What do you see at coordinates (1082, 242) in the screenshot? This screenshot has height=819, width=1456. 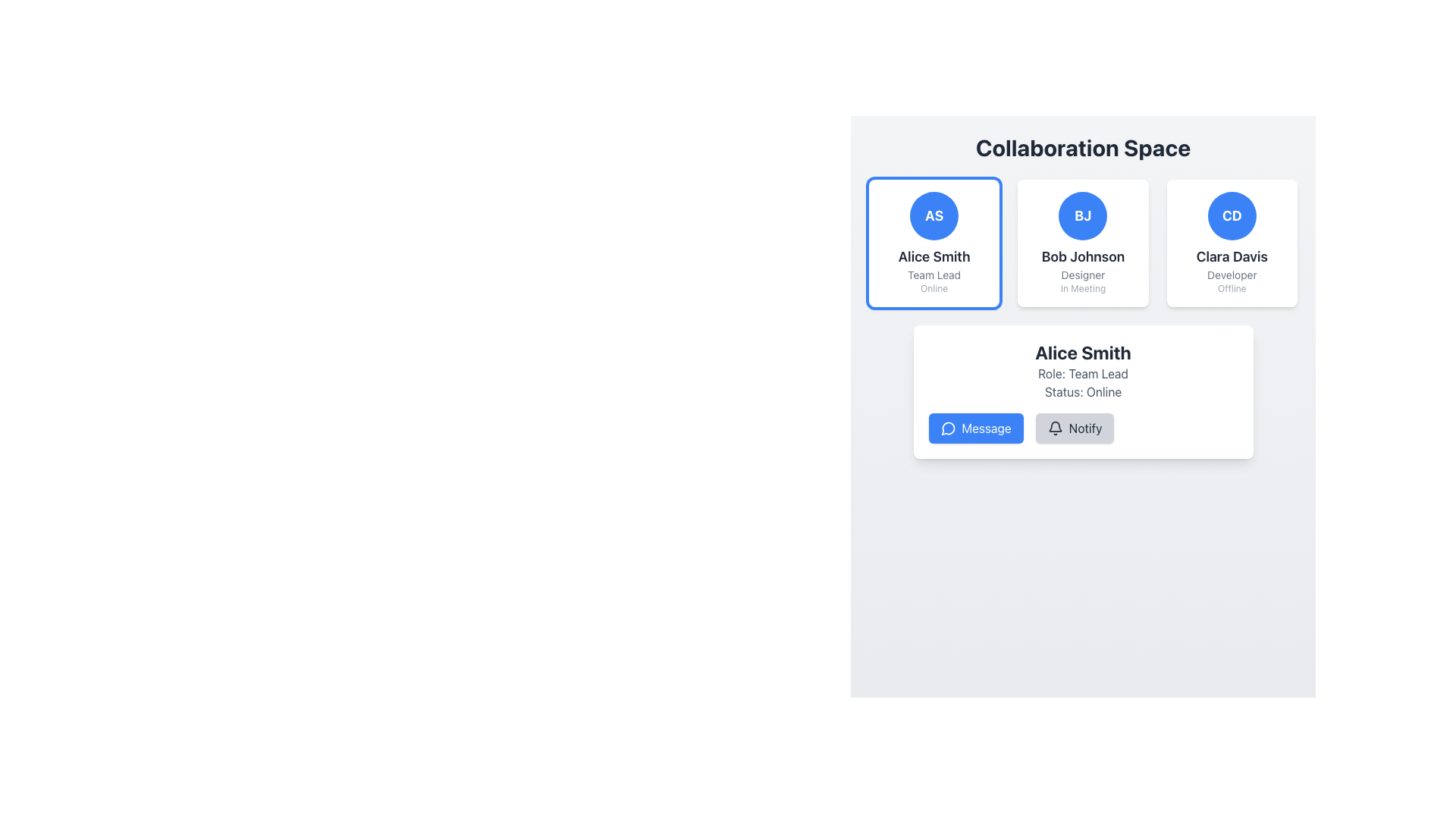 I see `the interactive card for 'Bob Johnson', which has a circular avatar with initials 'BJ', bold name text, and status 'In Meeting'` at bounding box center [1082, 242].